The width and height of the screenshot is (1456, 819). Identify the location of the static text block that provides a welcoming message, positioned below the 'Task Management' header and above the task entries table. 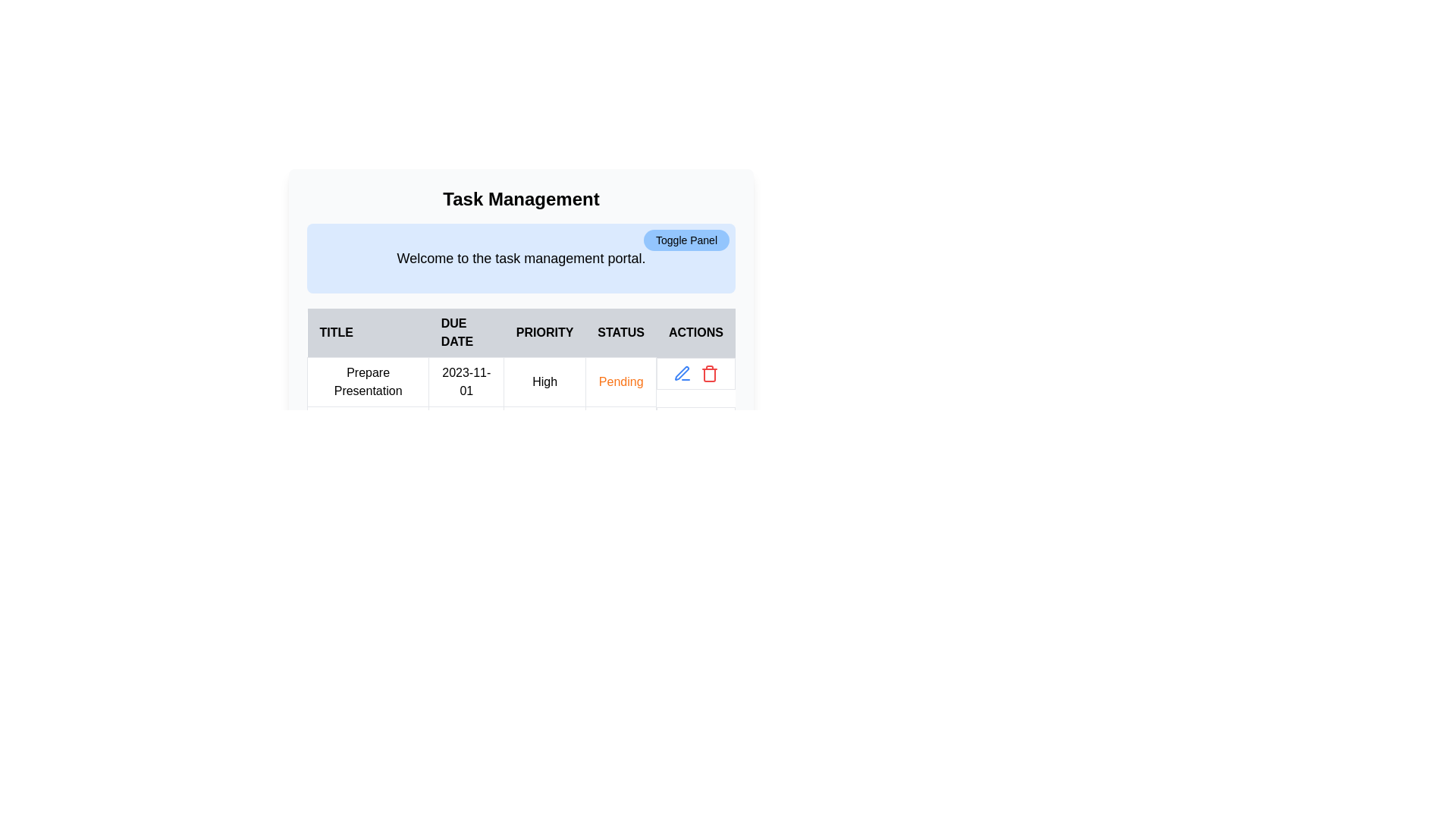
(521, 257).